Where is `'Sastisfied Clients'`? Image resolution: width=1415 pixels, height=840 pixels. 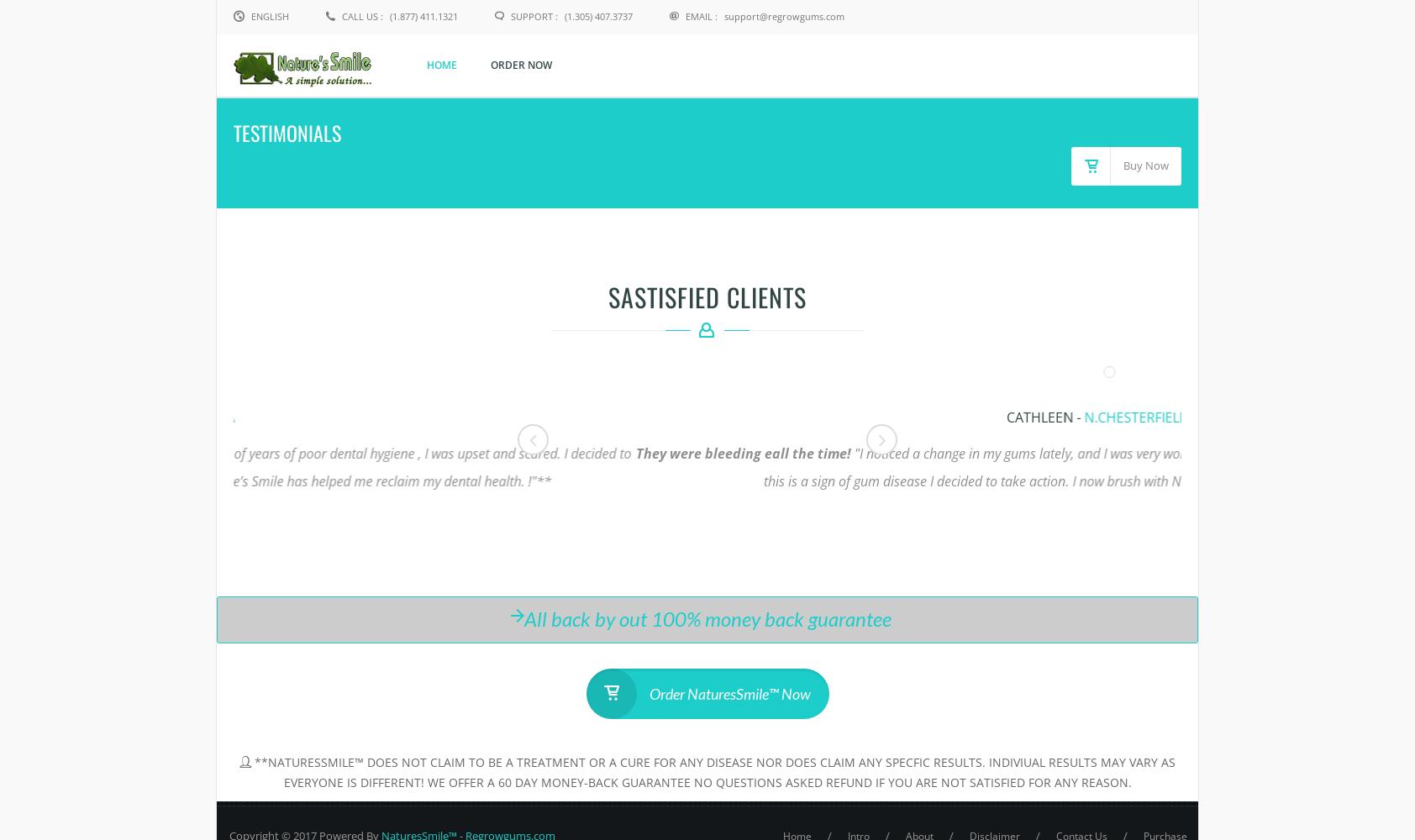
'Sastisfied Clients' is located at coordinates (608, 296).